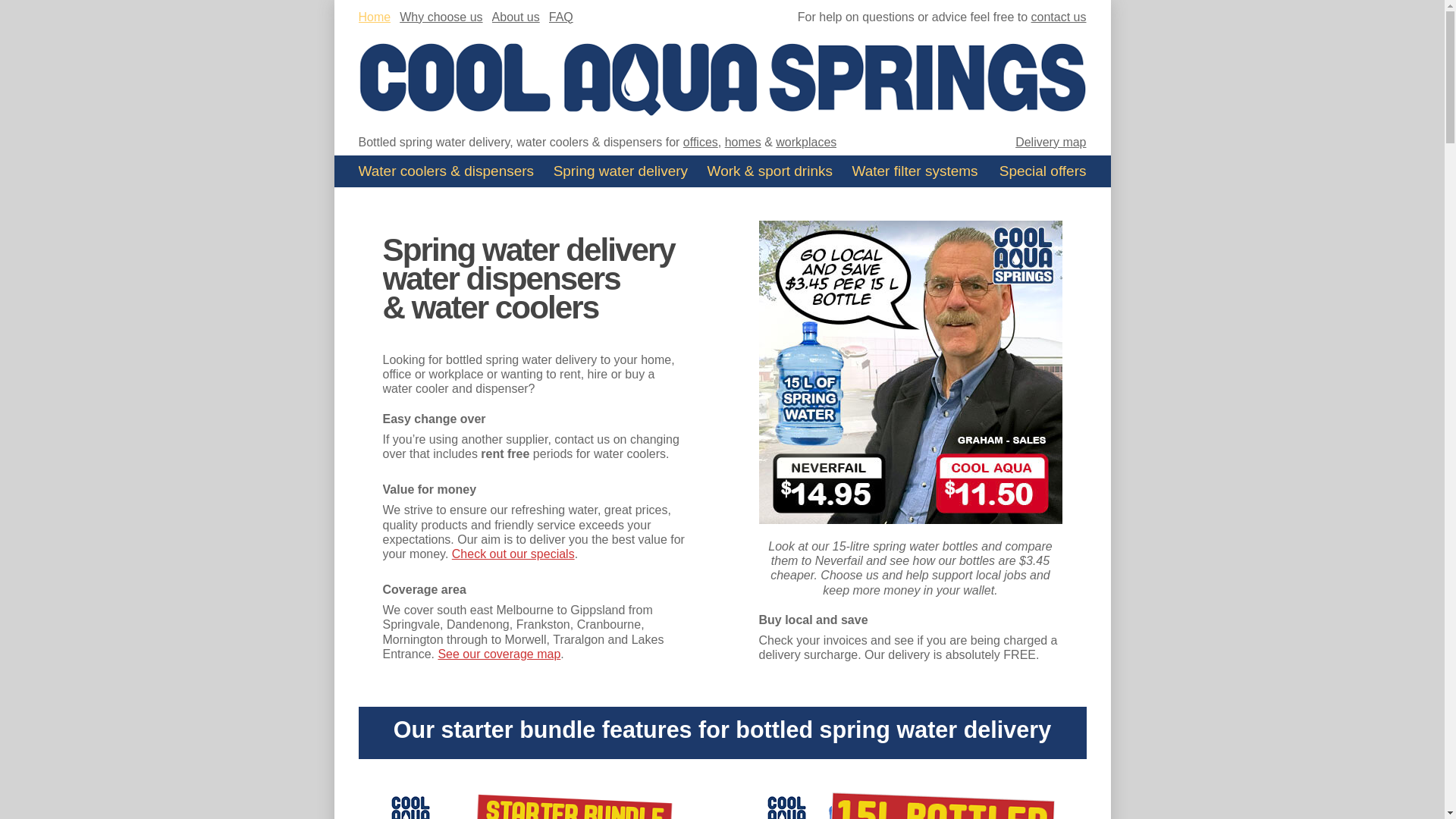  Describe the element at coordinates (513, 554) in the screenshot. I see `'Check out our specials'` at that location.